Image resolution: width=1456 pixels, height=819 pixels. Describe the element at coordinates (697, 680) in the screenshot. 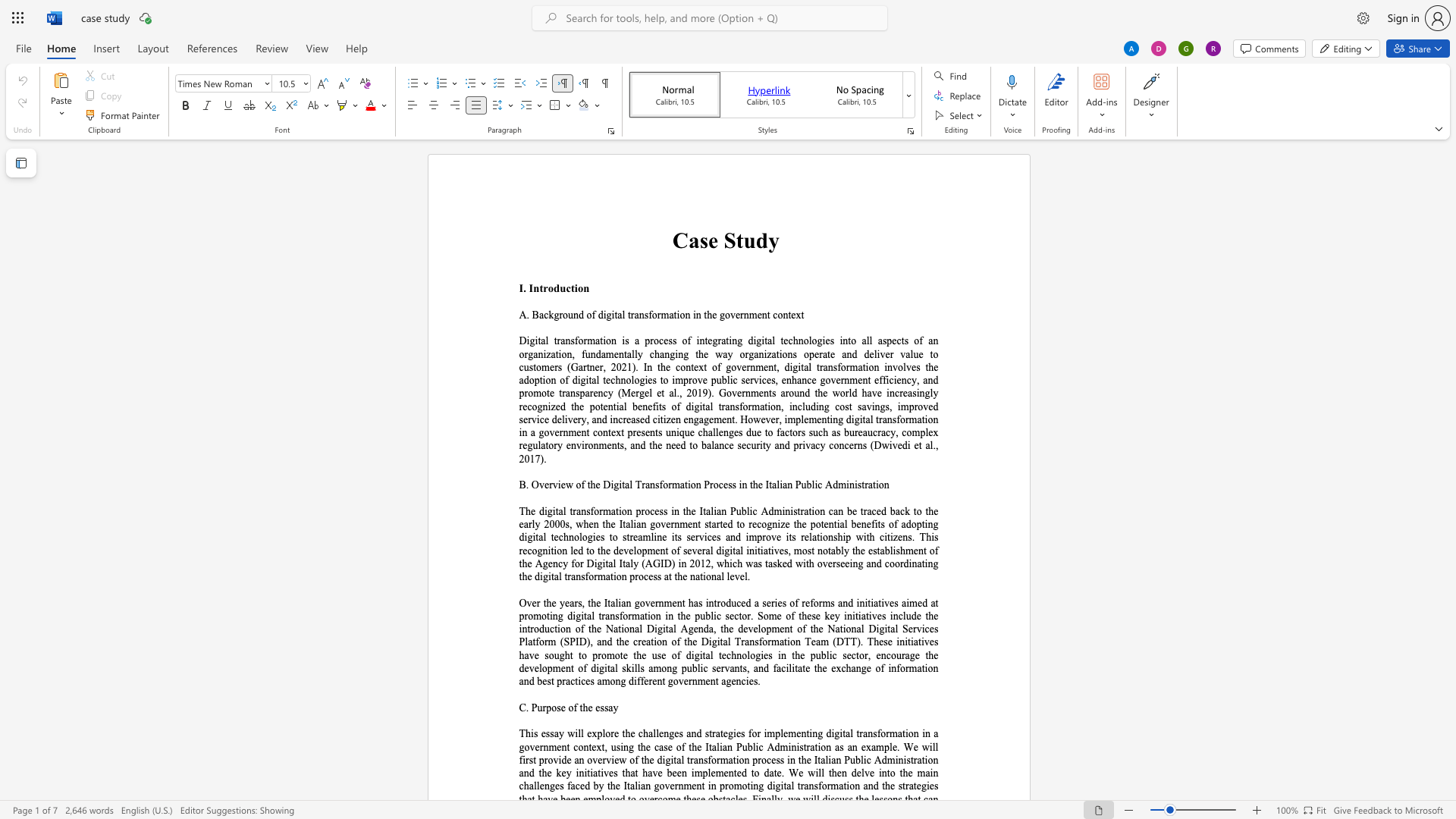

I see `the space between the continuous character "n" and "m" in the text` at that location.